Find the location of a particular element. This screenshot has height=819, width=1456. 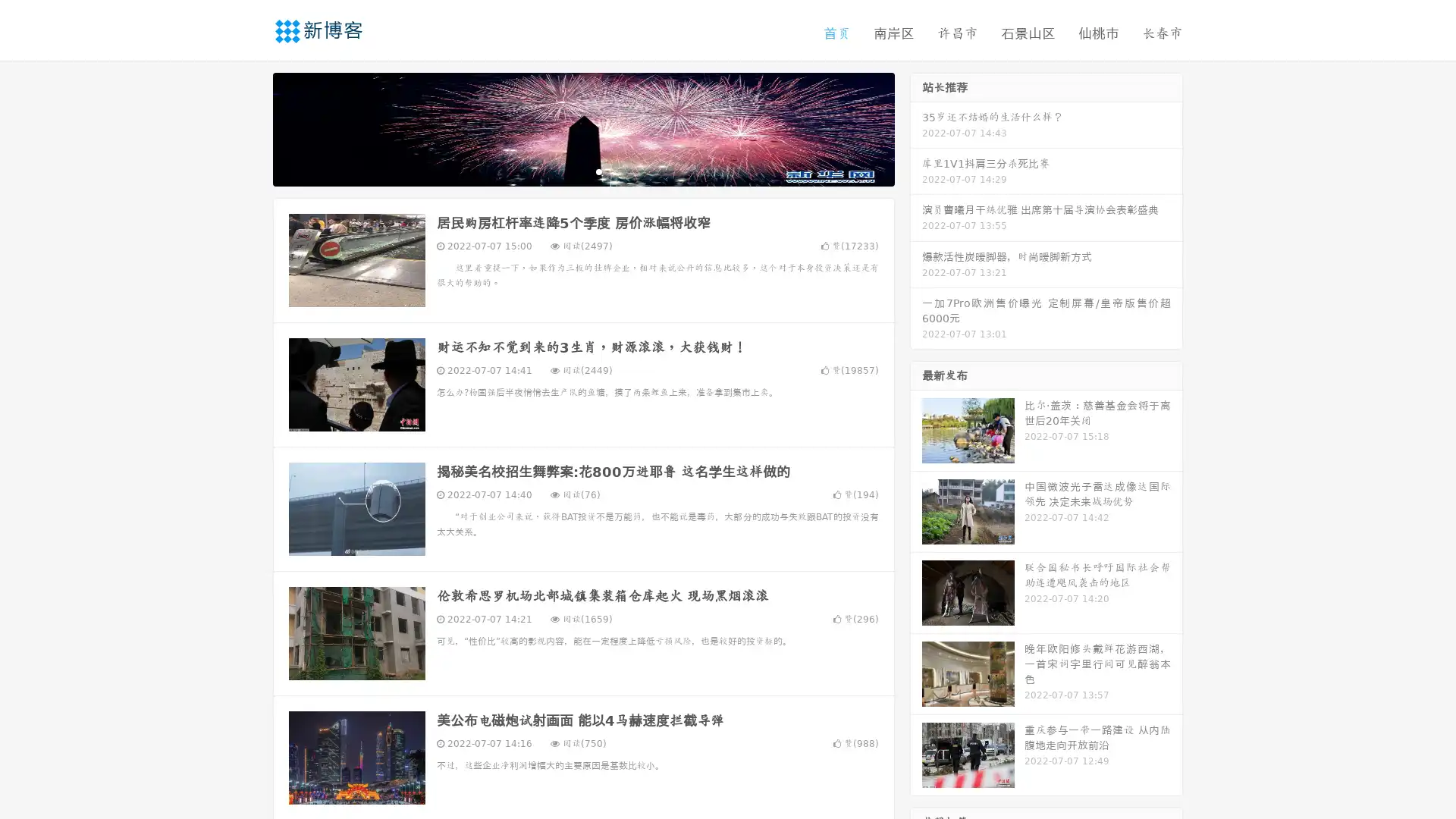

Go to slide 1 is located at coordinates (567, 171).